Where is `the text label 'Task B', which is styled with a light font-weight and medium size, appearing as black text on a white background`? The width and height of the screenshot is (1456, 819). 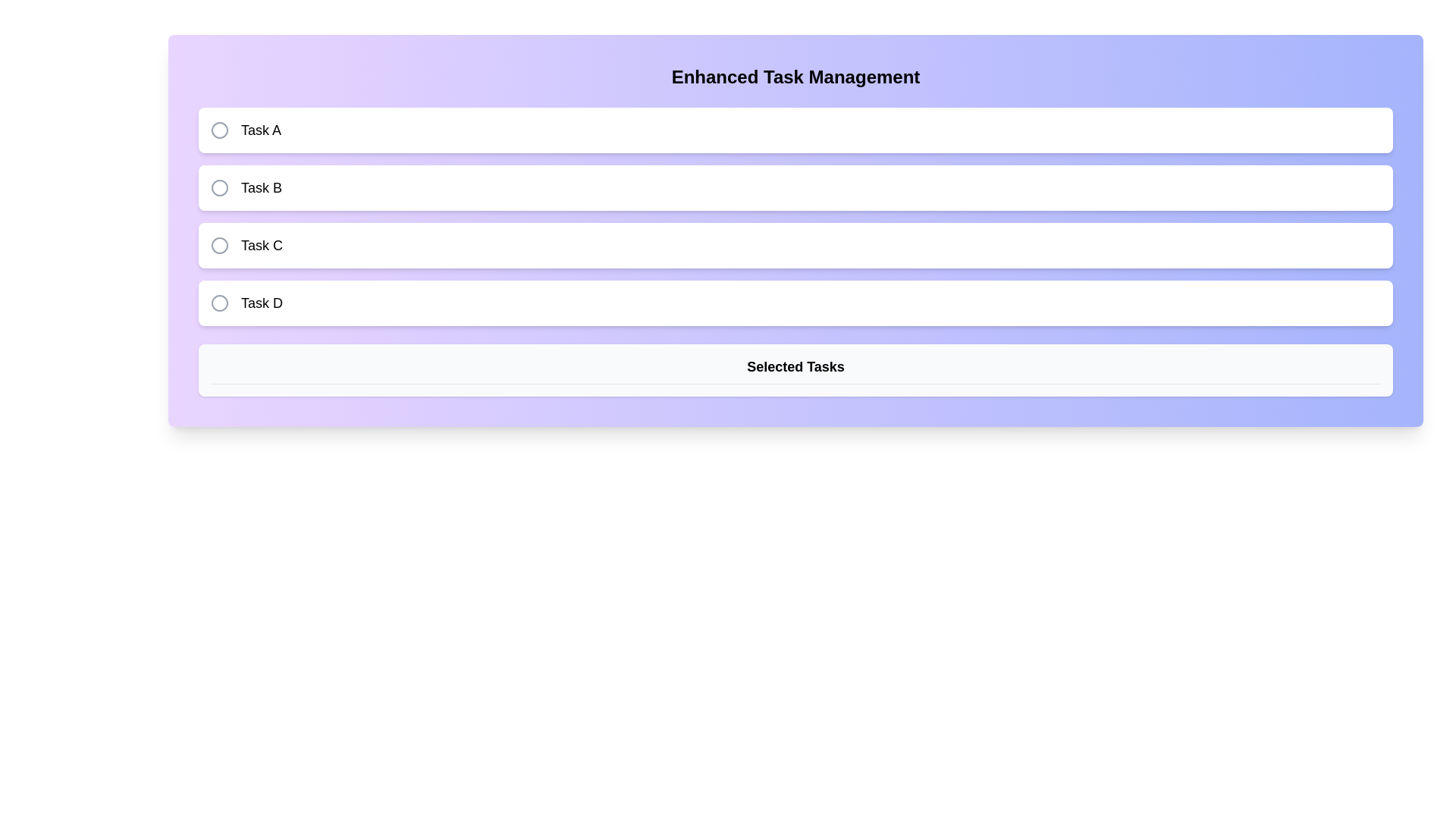 the text label 'Task B', which is styled with a light font-weight and medium size, appearing as black text on a white background is located at coordinates (262, 187).